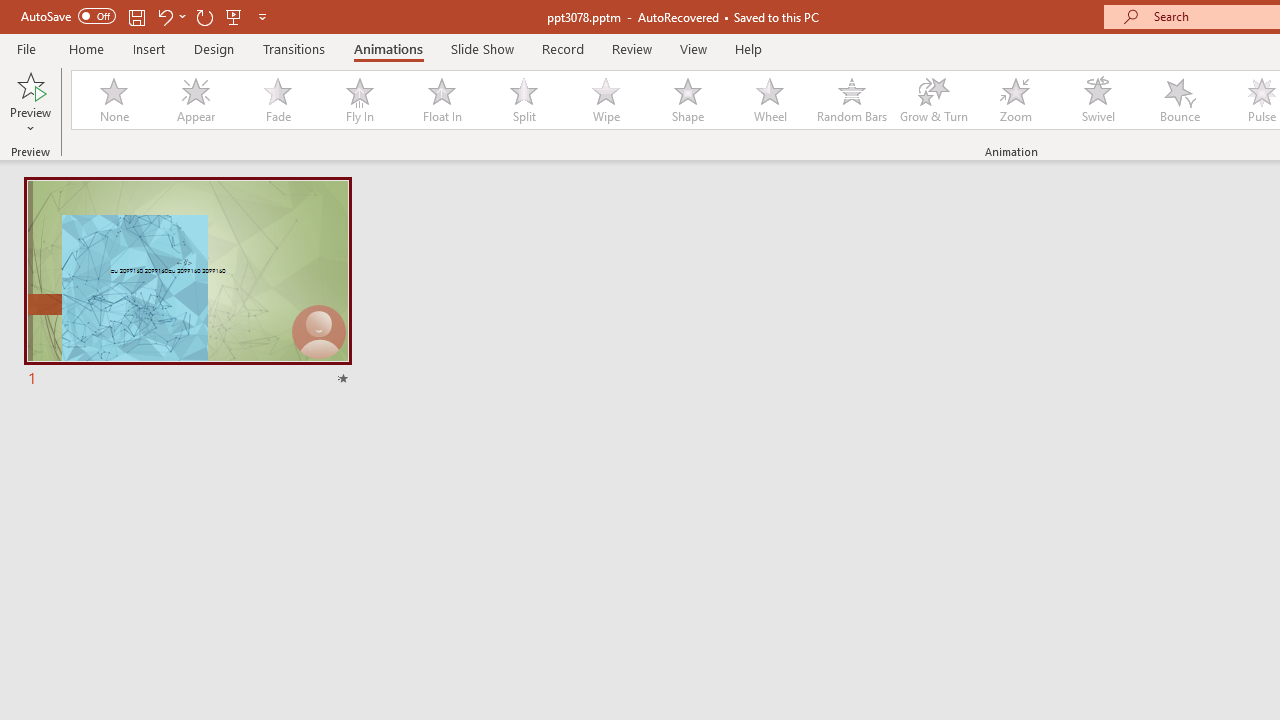 The height and width of the screenshot is (720, 1280). What do you see at coordinates (1180, 100) in the screenshot?
I see `'Bounce'` at bounding box center [1180, 100].